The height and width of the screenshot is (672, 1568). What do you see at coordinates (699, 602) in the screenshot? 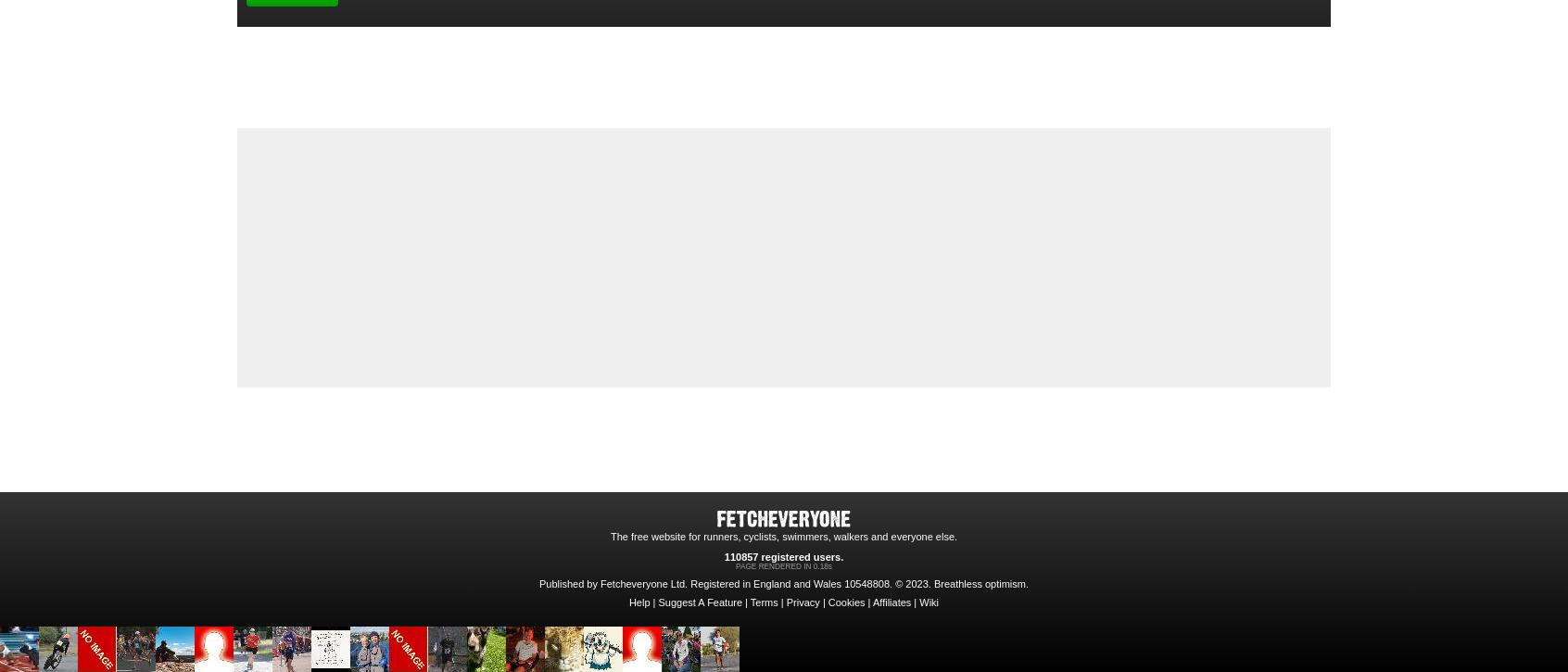
I see `'Suggest A Feature'` at bounding box center [699, 602].